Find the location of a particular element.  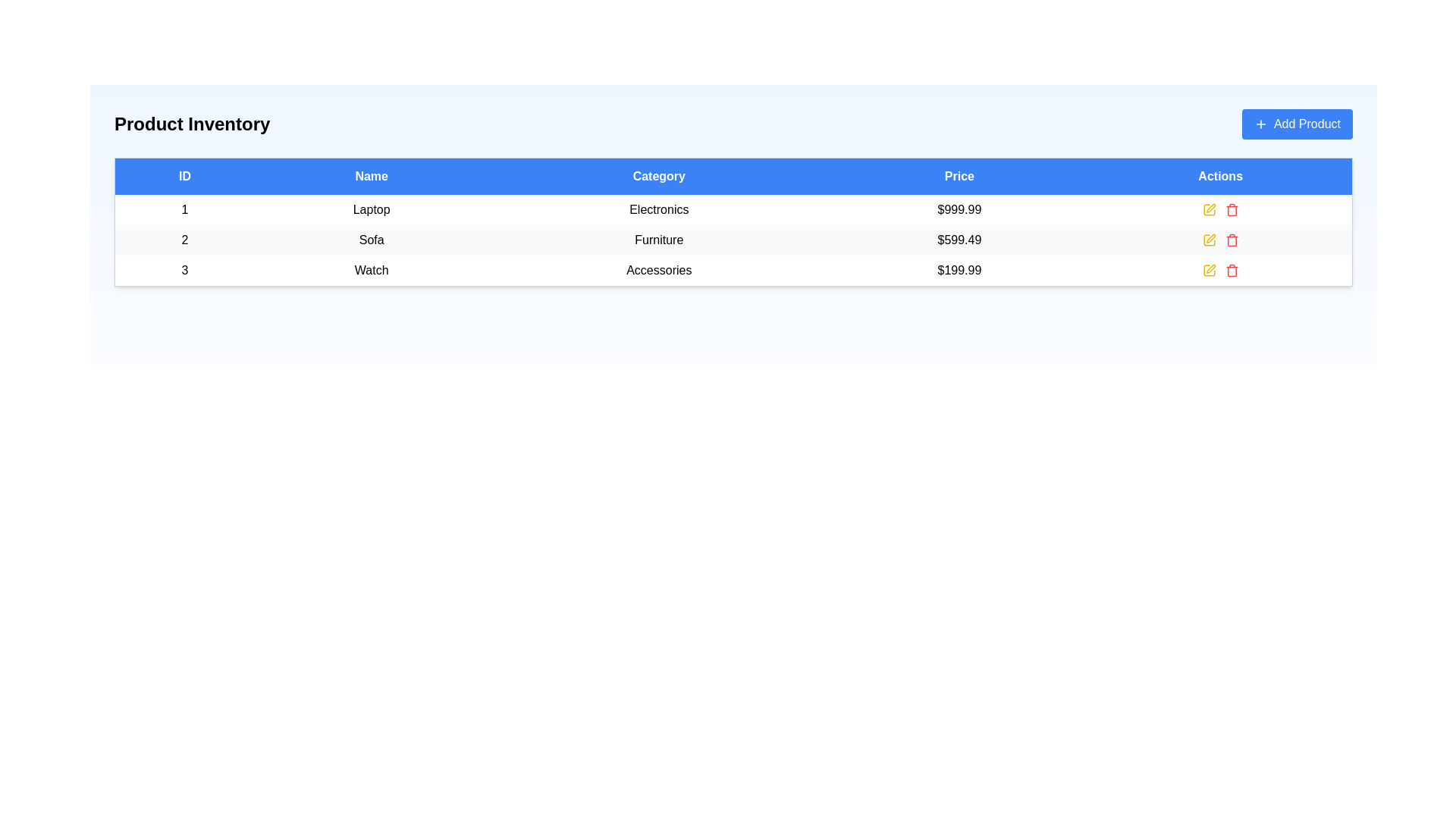

the text element displaying 'Laptop', which is centered in the second column under the 'Name' header in the first row of the table is located at coordinates (372, 210).